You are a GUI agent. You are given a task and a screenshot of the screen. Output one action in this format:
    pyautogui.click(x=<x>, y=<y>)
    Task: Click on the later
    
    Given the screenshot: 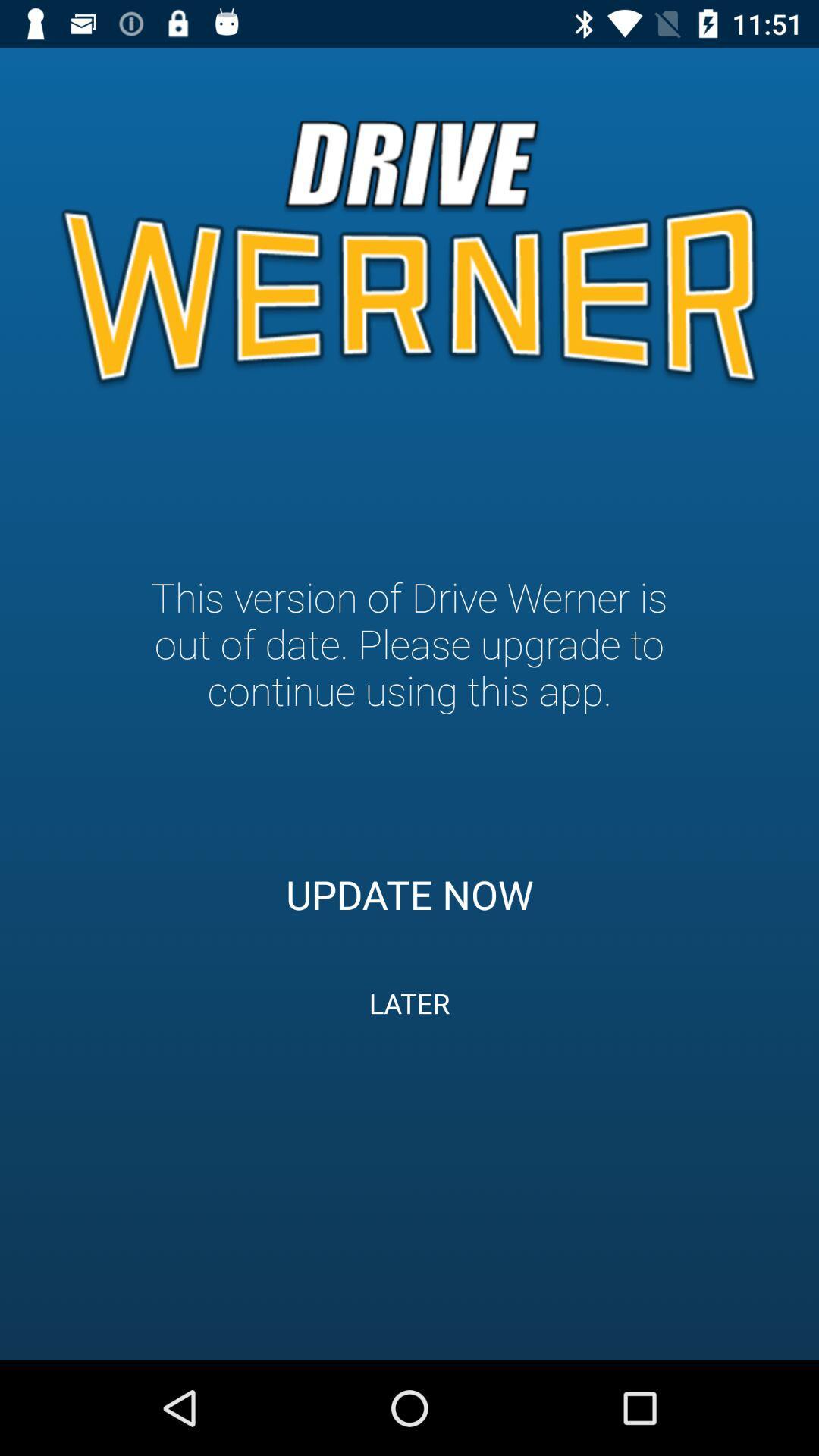 What is the action you would take?
    pyautogui.click(x=409, y=1003)
    